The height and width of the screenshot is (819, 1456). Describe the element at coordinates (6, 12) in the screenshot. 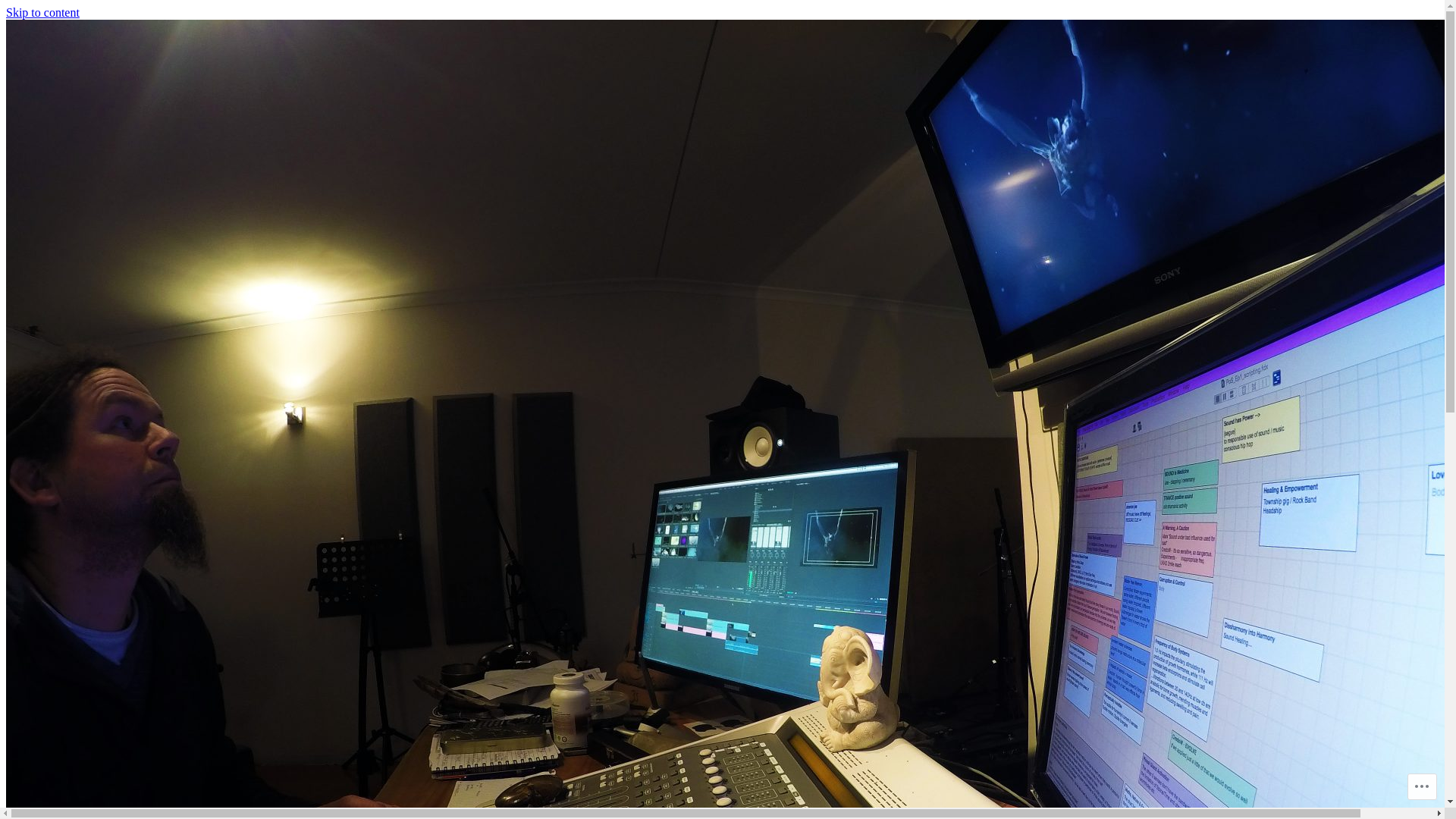

I see `'Skip to content'` at that location.